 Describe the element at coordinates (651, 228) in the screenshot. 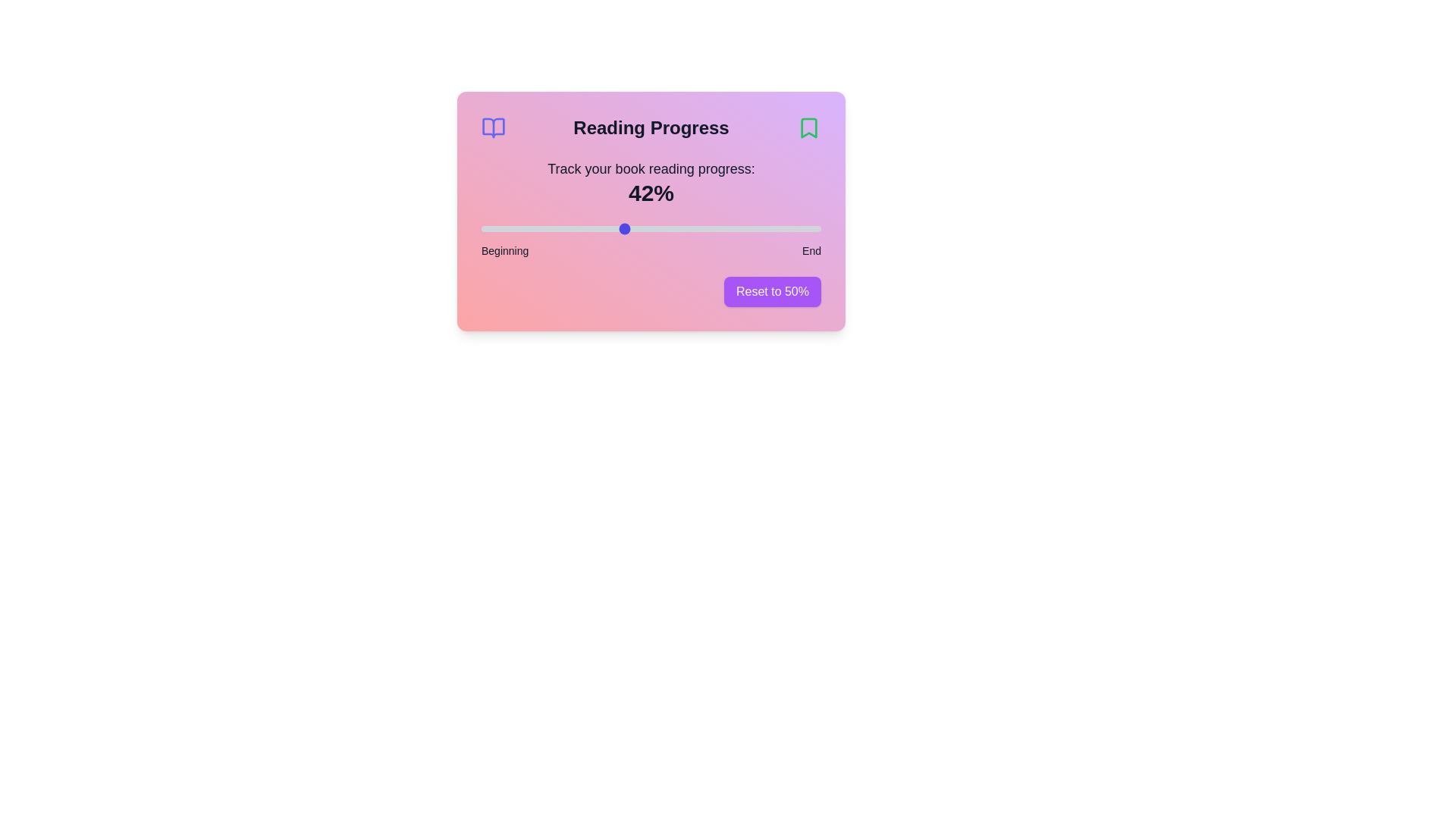

I see `the reading progress slider to 50%` at that location.